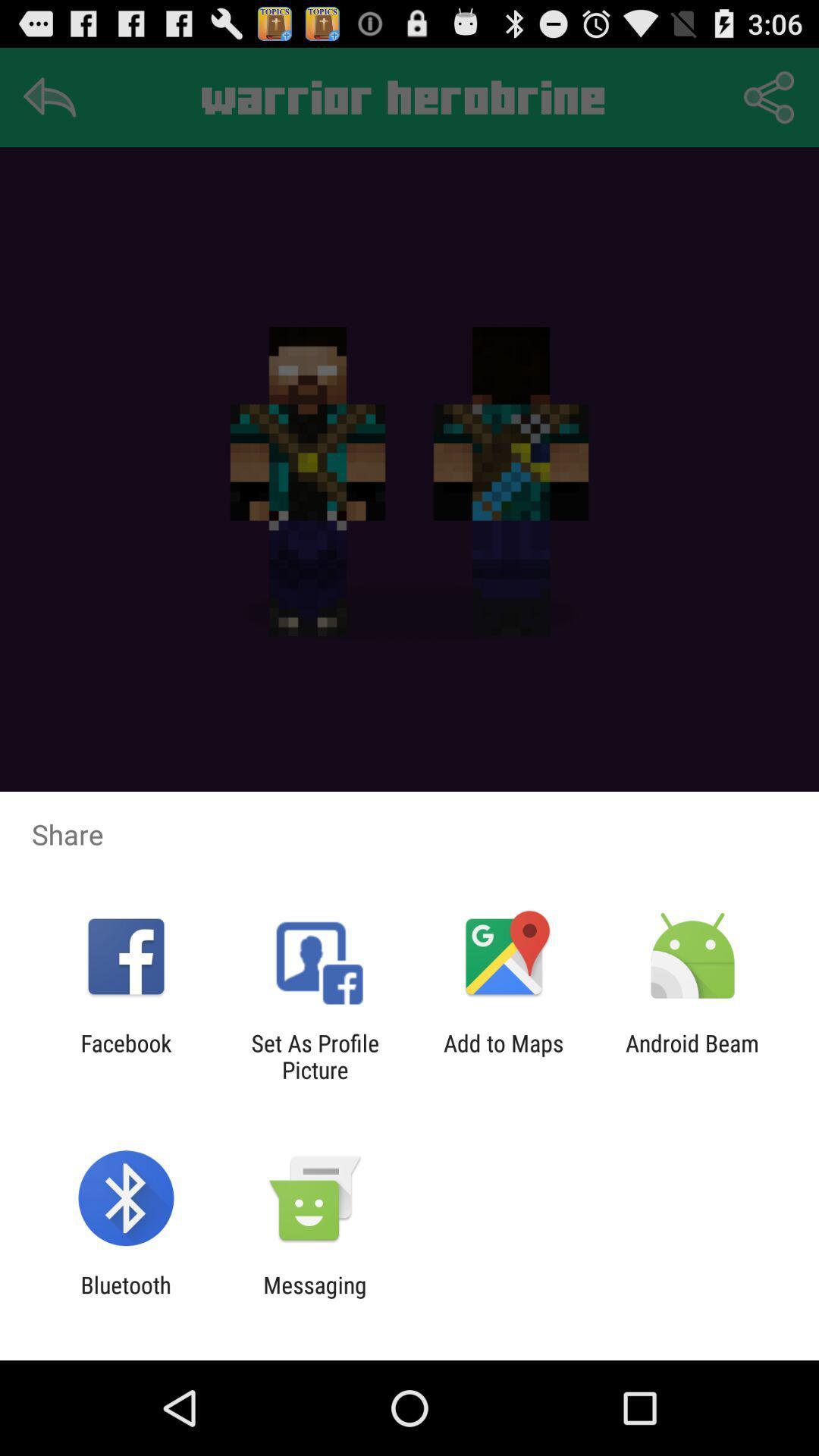  I want to click on app next to add to maps app, so click(314, 1056).